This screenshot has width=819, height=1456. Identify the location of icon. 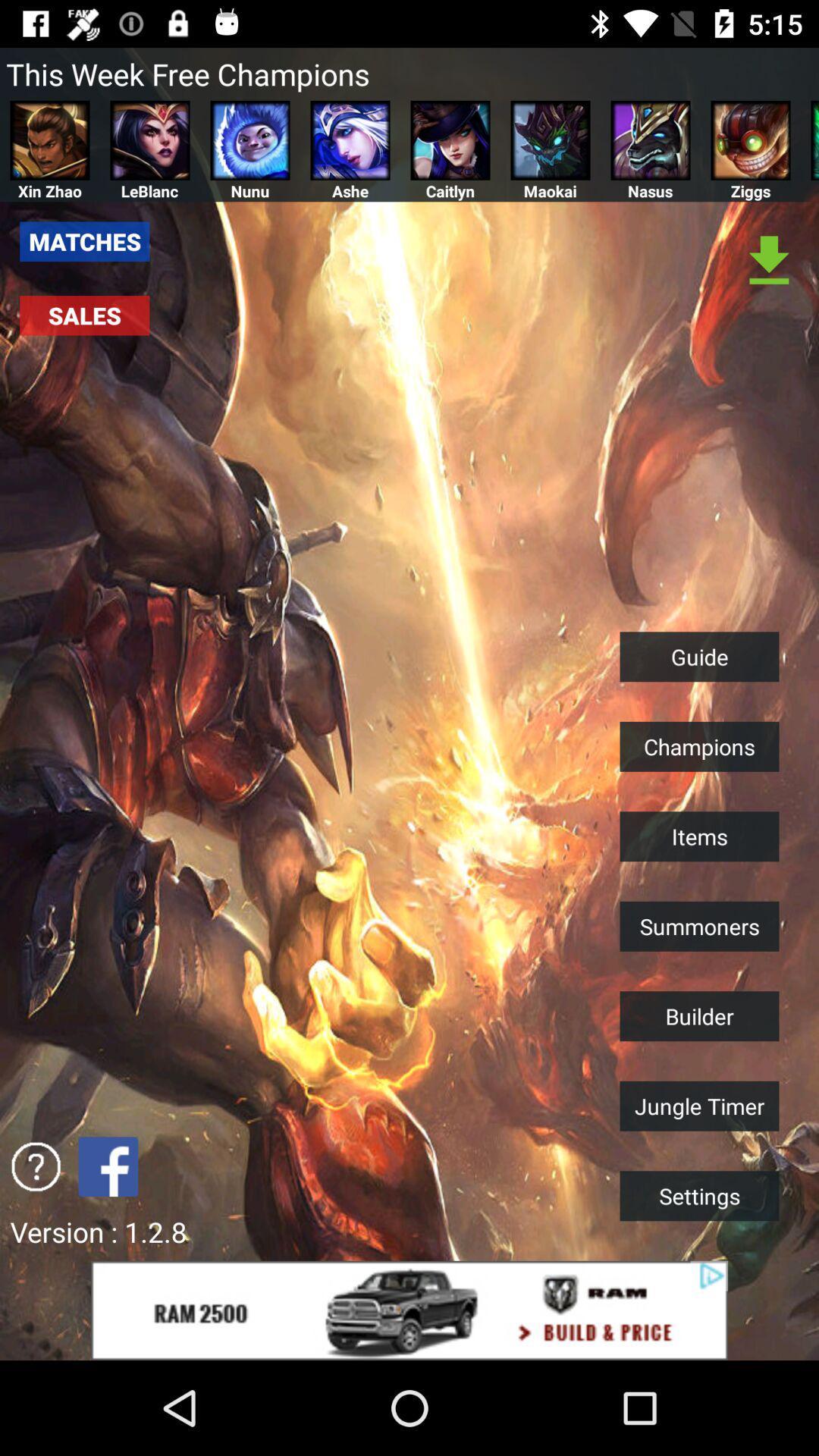
(35, 1166).